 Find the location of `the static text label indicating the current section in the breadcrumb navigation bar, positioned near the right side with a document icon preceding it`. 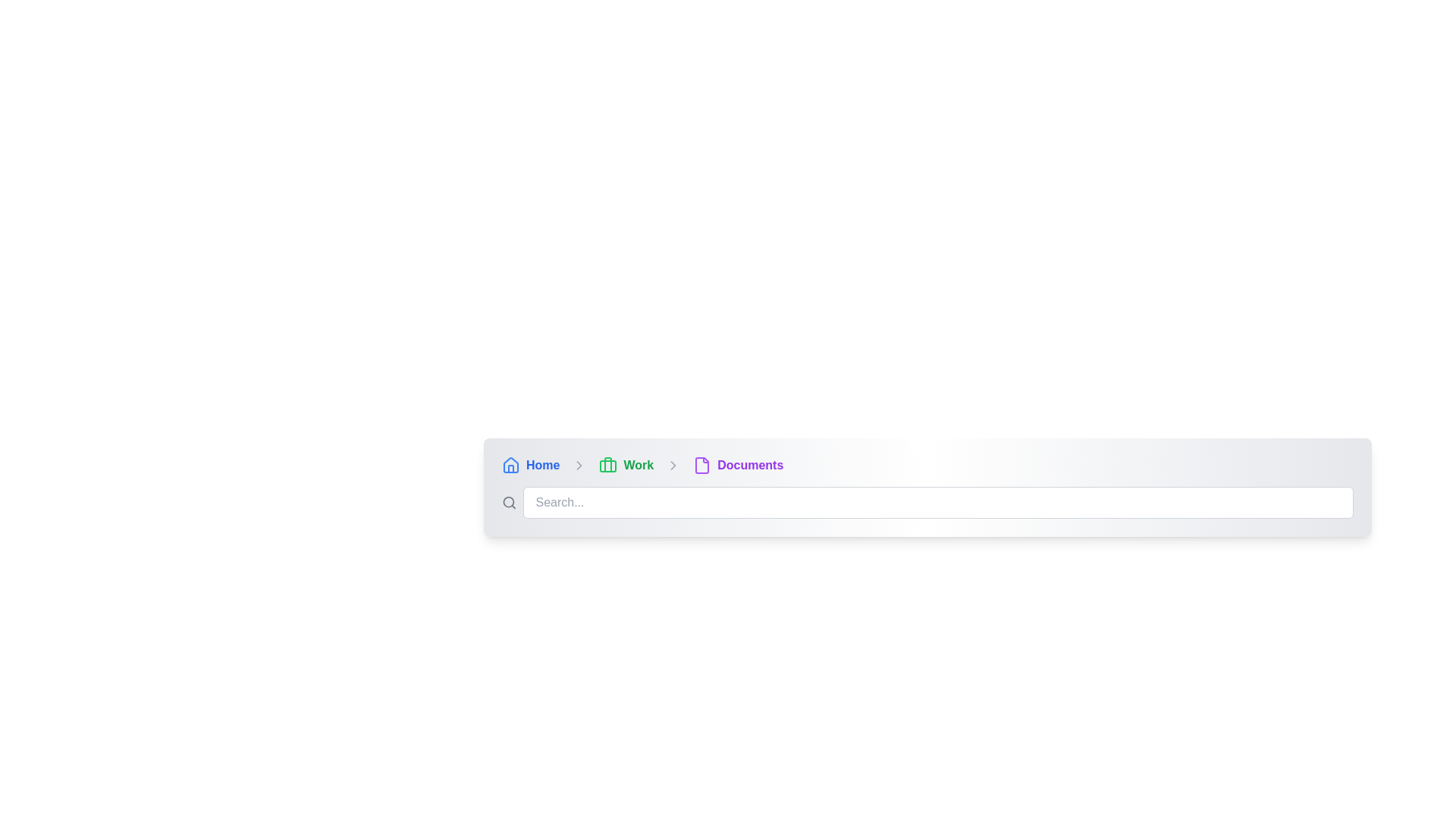

the static text label indicating the current section in the breadcrumb navigation bar, positioned near the right side with a document icon preceding it is located at coordinates (750, 464).